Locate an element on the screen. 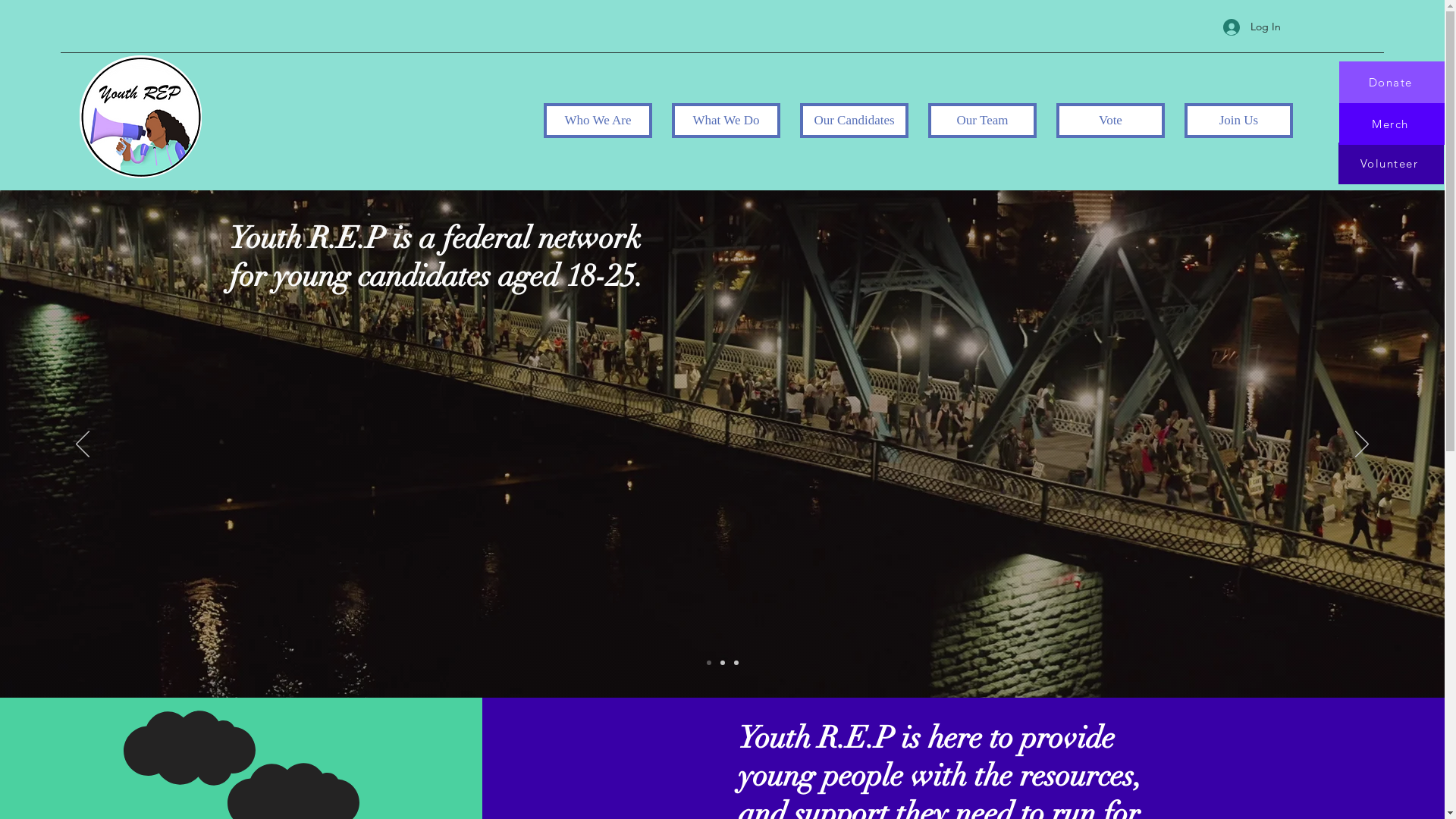 This screenshot has width=1456, height=819. 'Our Team' is located at coordinates (982, 119).